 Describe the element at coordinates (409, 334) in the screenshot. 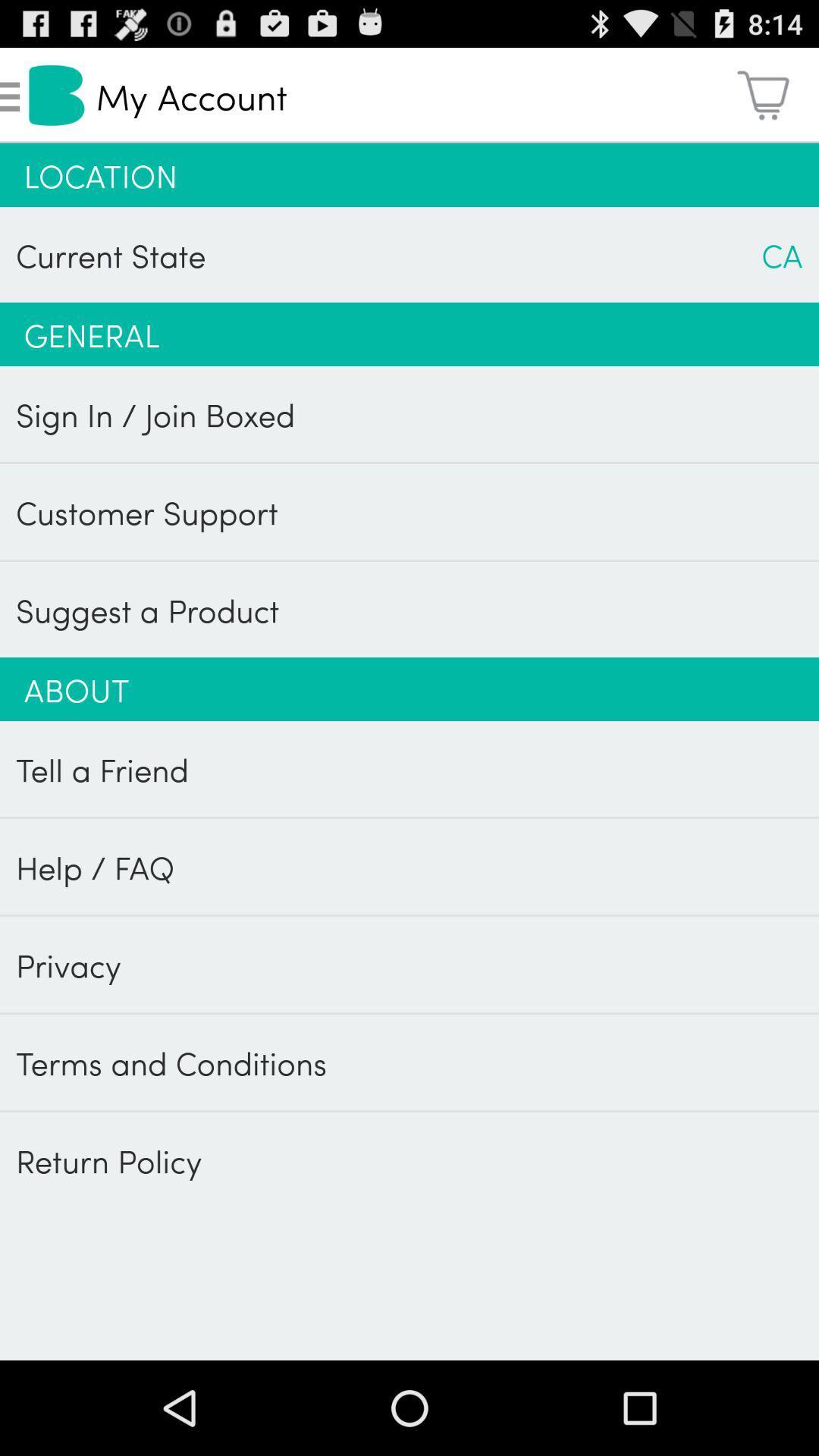

I see `general item` at that location.